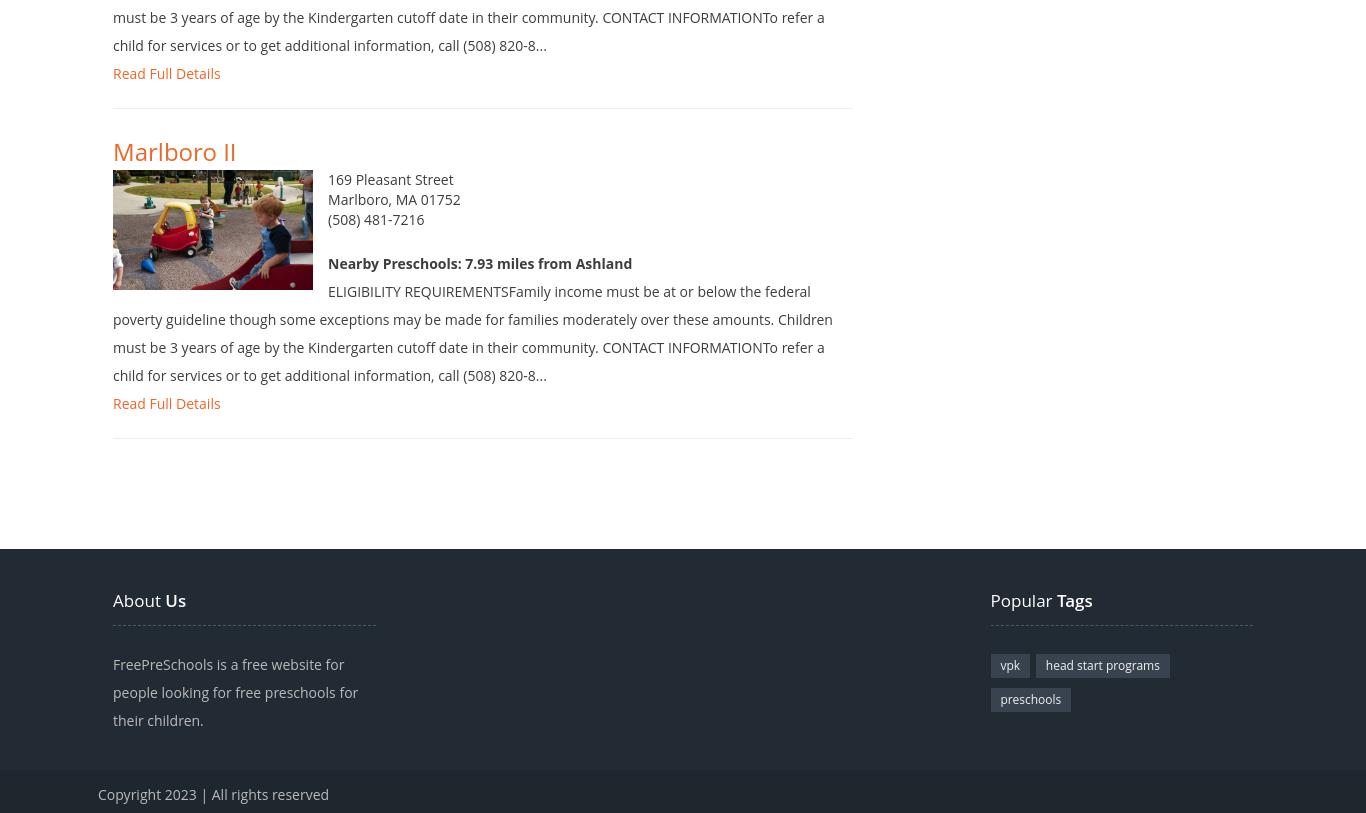 This screenshot has height=813, width=1366. What do you see at coordinates (1101, 695) in the screenshot?
I see `'head start programs'` at bounding box center [1101, 695].